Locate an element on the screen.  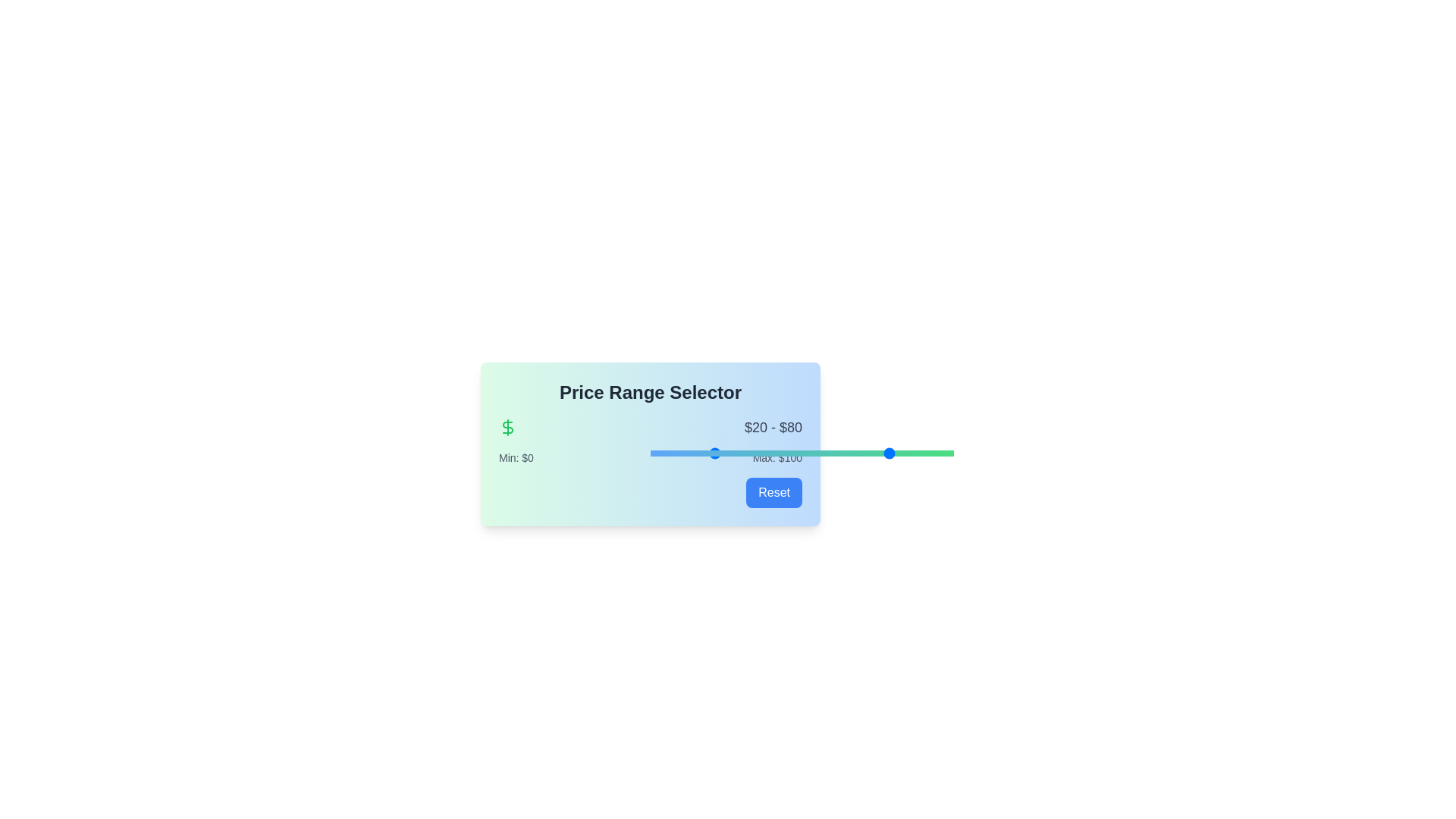
the green dollar sign icon located next to the label 'Min: $0' in the price range selector interface is located at coordinates (508, 427).